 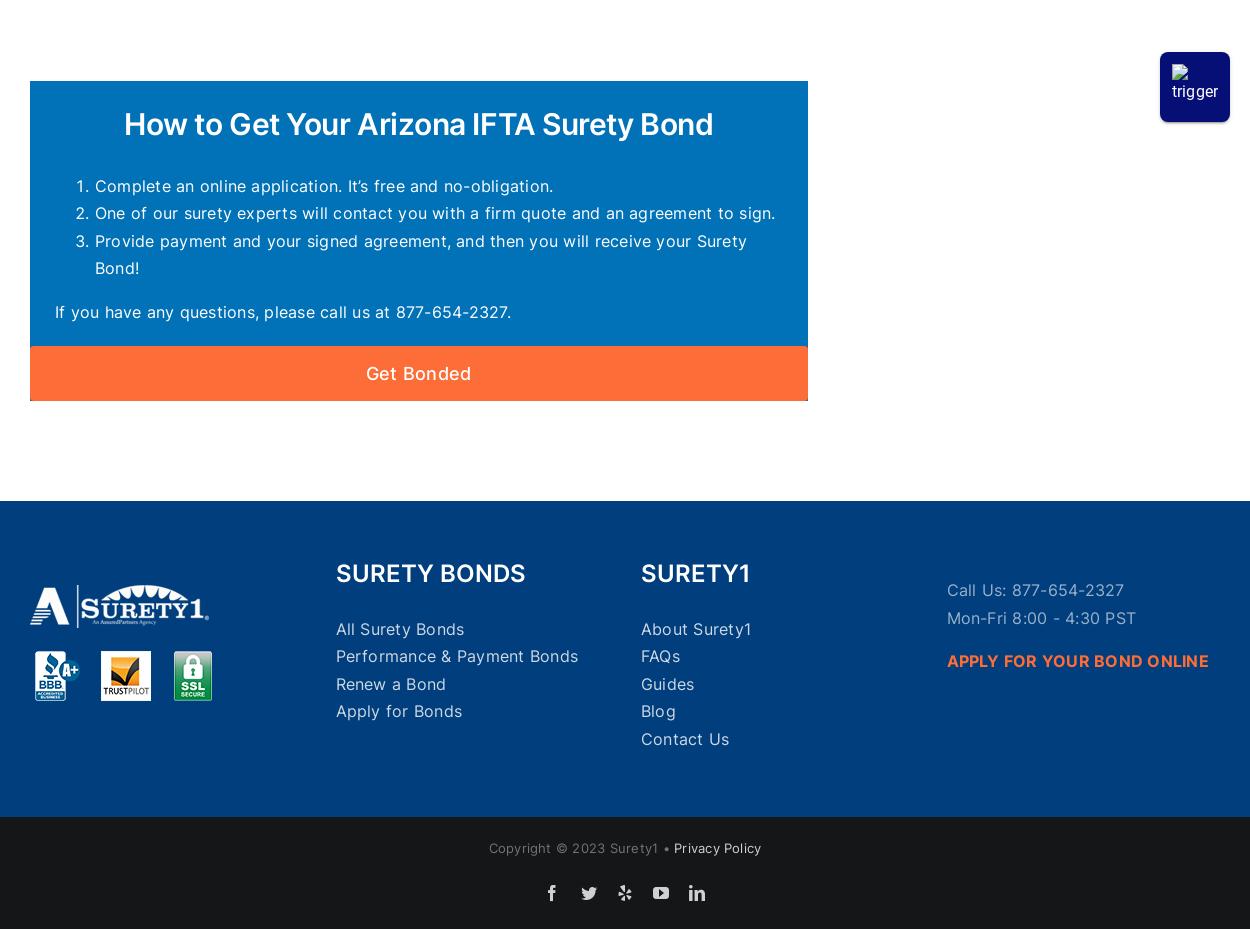 What do you see at coordinates (434, 212) in the screenshot?
I see `'One of our surety experts will contact you with a firm quote and an agreement to sign.'` at bounding box center [434, 212].